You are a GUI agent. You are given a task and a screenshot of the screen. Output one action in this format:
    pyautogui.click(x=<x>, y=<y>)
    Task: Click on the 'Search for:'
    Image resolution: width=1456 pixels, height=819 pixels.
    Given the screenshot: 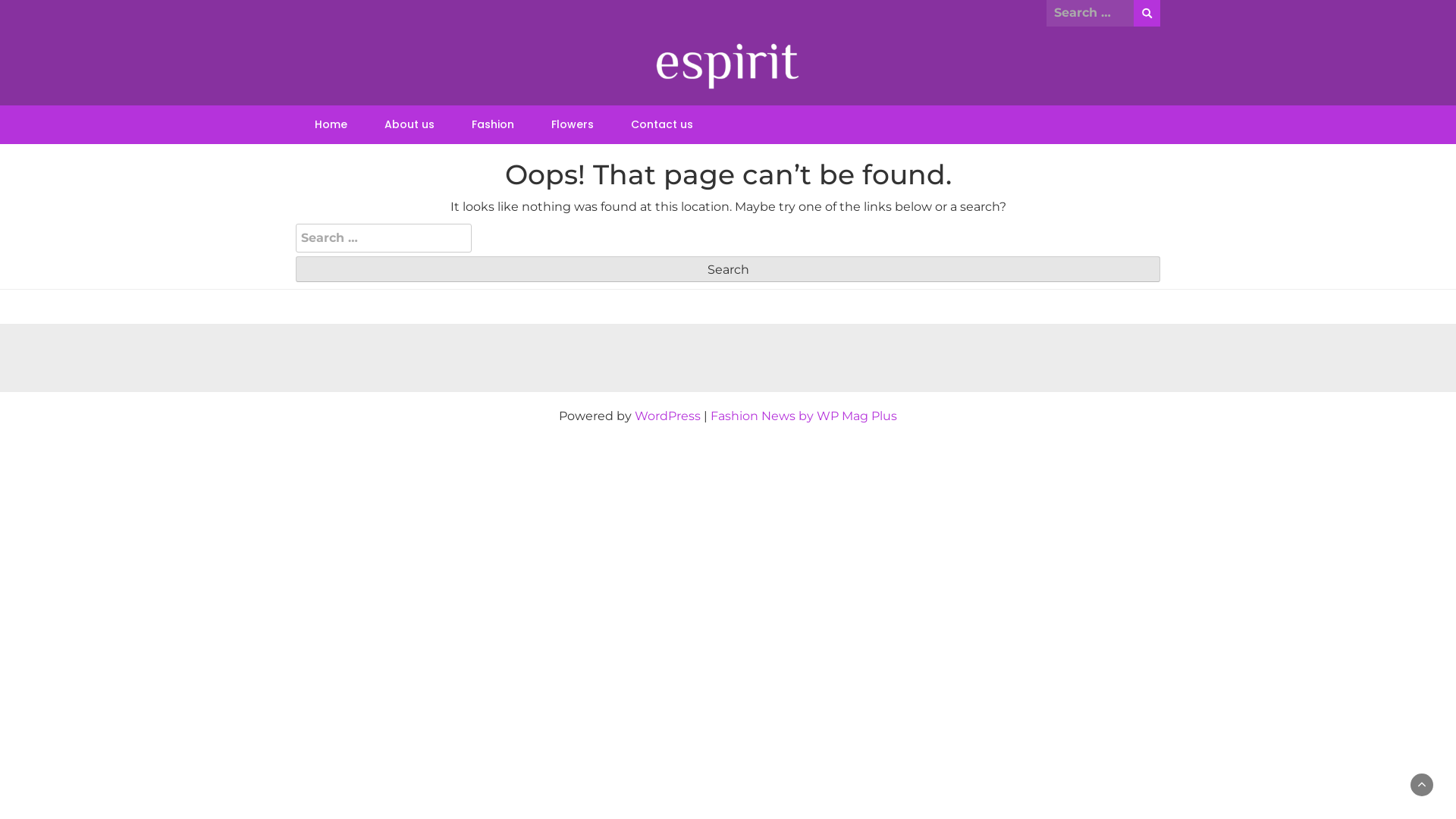 What is the action you would take?
    pyautogui.click(x=1089, y=12)
    